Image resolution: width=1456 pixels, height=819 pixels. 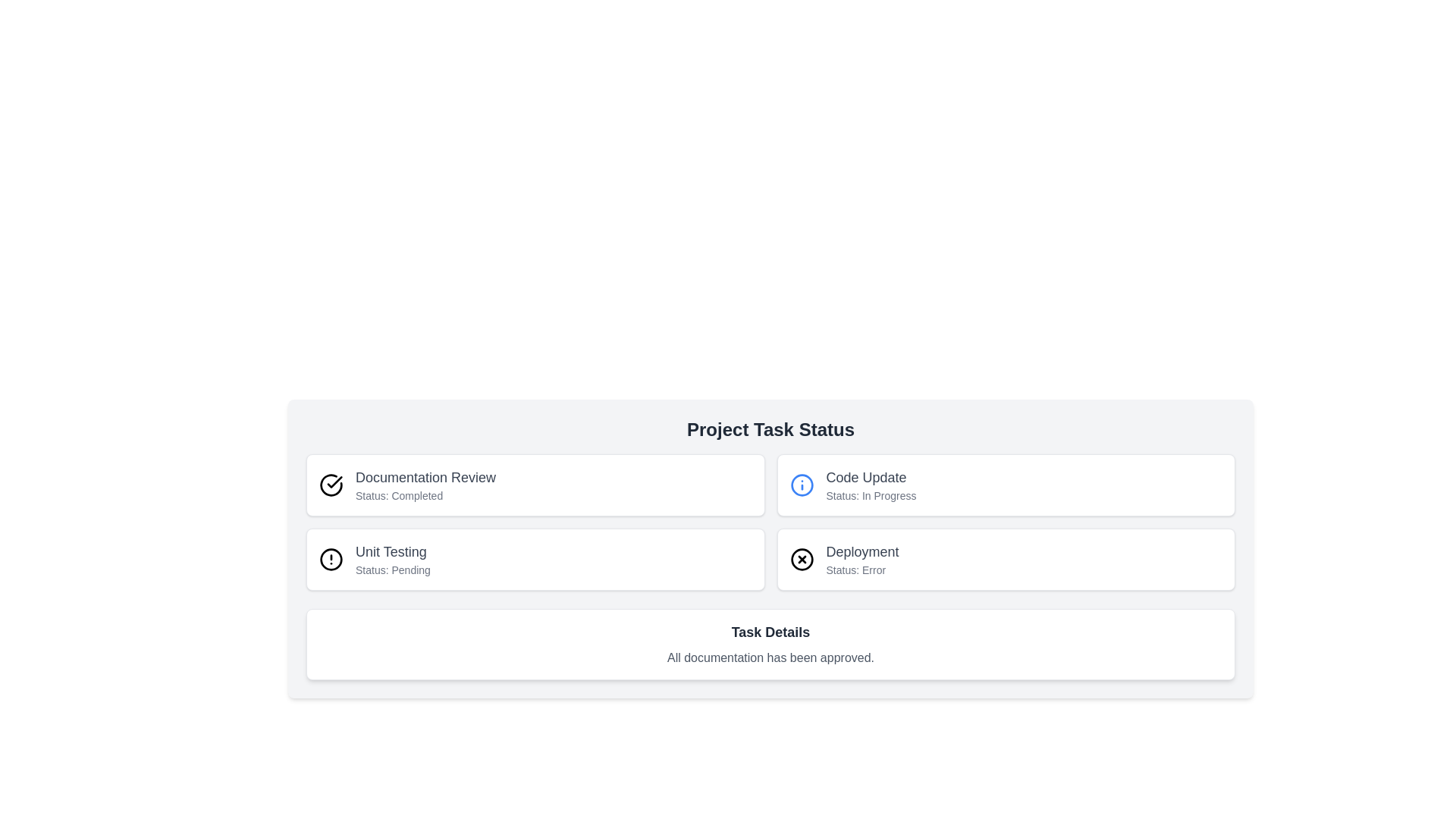 What do you see at coordinates (871, 476) in the screenshot?
I see `the text label that serves as the title for the task status card, located on the right-hand side of the interface in the second task card of the second row under 'Project Task Status'` at bounding box center [871, 476].